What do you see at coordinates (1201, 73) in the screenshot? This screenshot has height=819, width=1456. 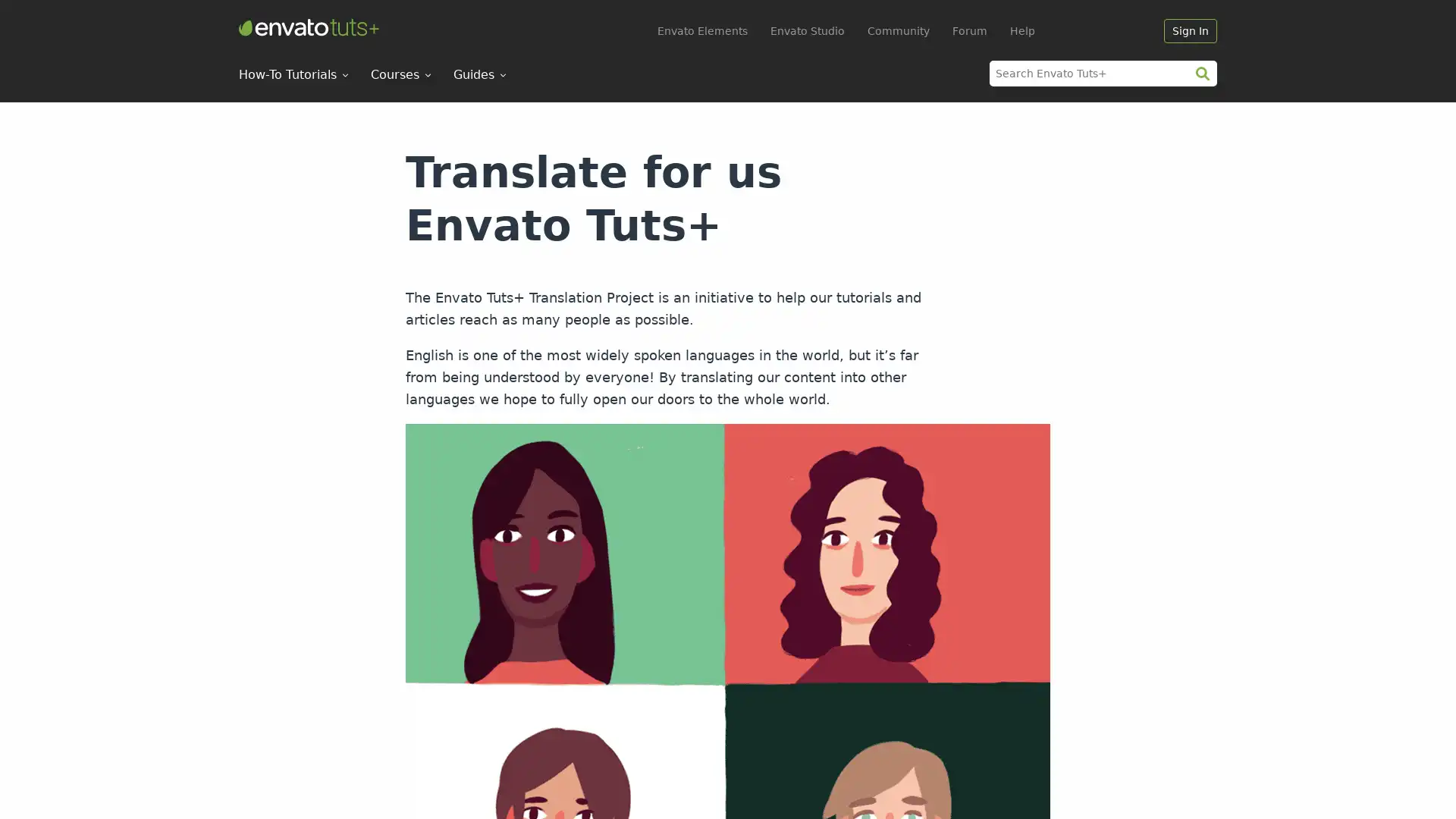 I see `search` at bounding box center [1201, 73].